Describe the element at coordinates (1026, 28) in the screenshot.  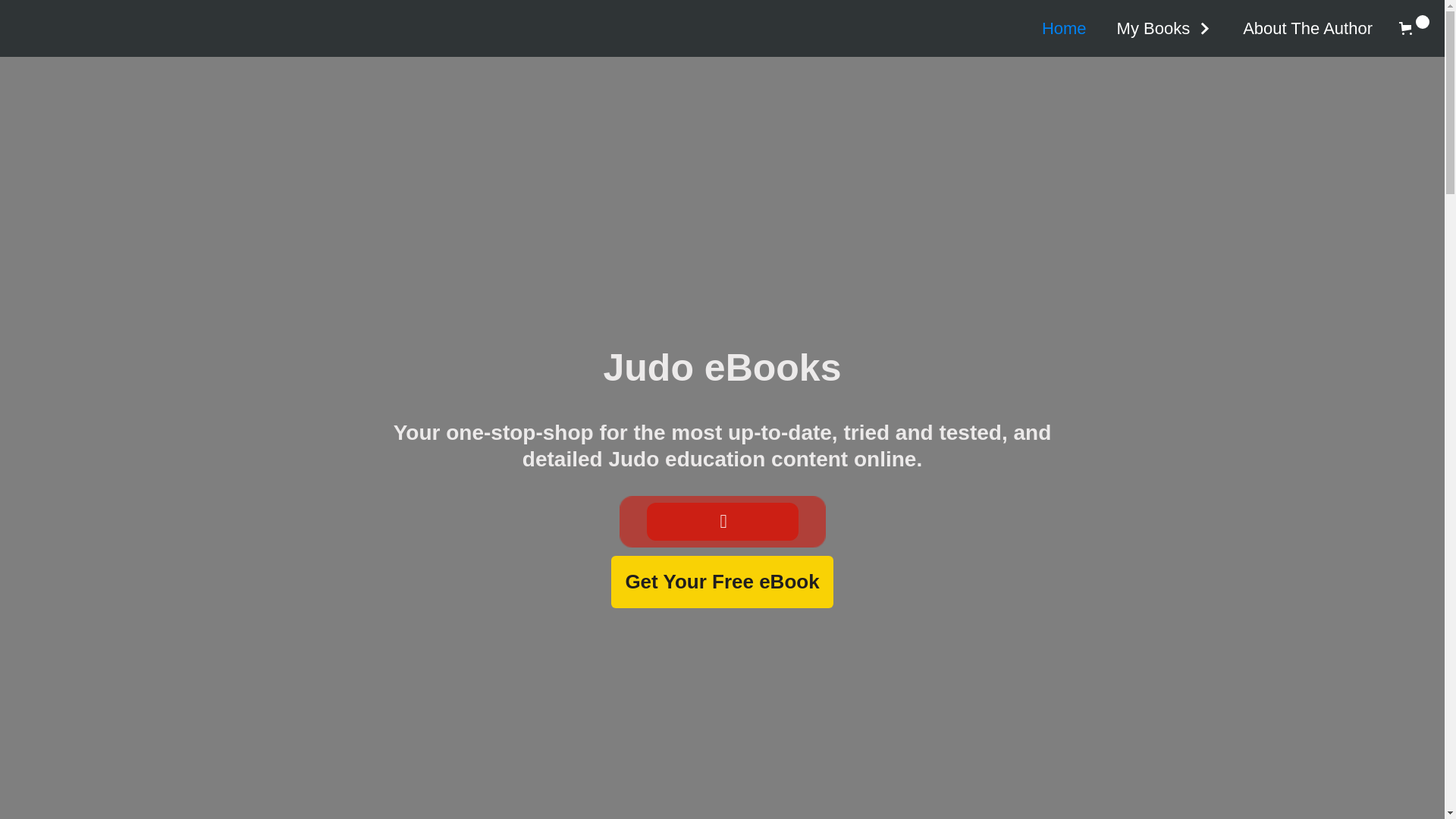
I see `'Home'` at that location.